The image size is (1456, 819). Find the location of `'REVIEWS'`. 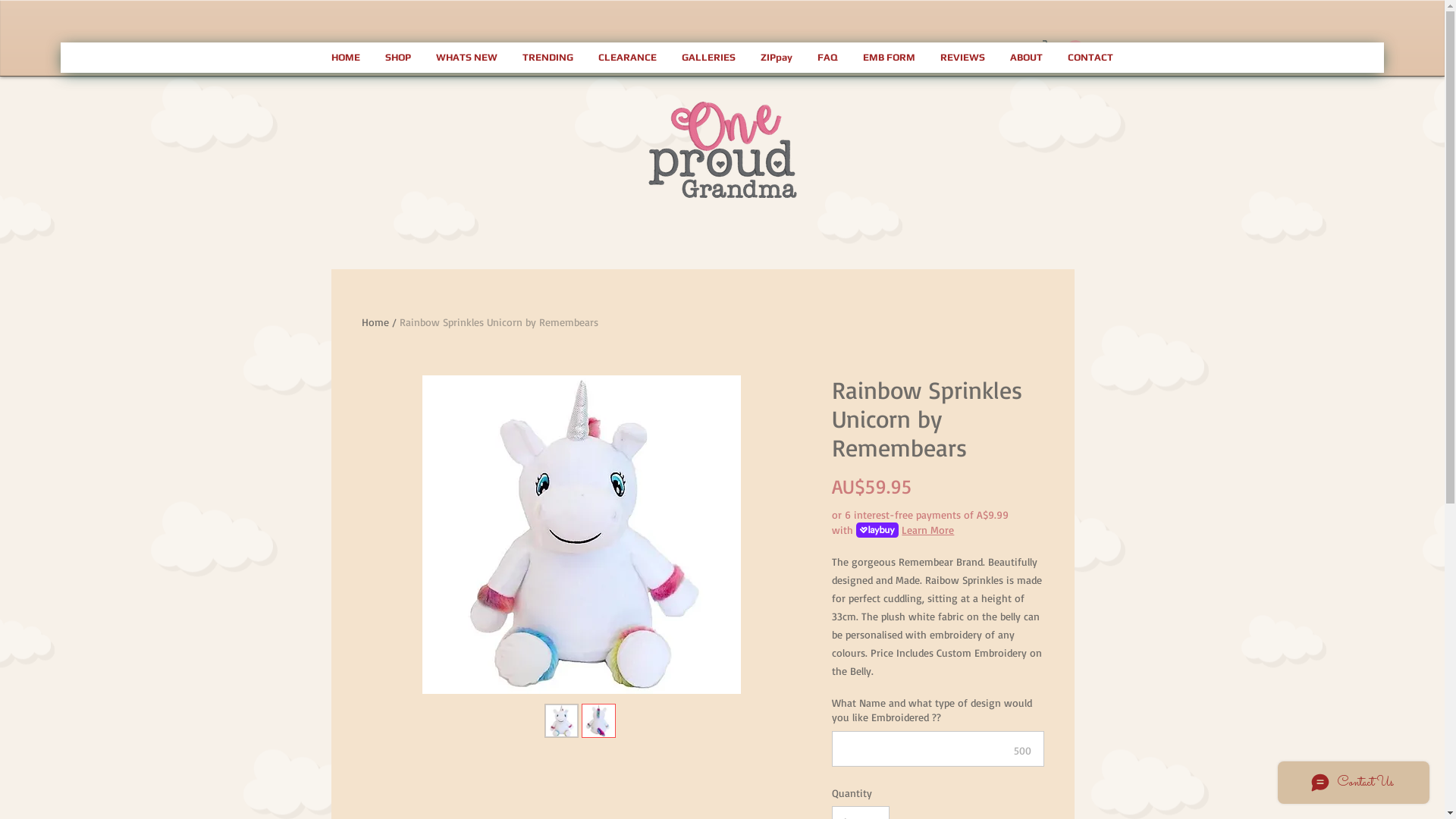

'REVIEWS' is located at coordinates (962, 57).